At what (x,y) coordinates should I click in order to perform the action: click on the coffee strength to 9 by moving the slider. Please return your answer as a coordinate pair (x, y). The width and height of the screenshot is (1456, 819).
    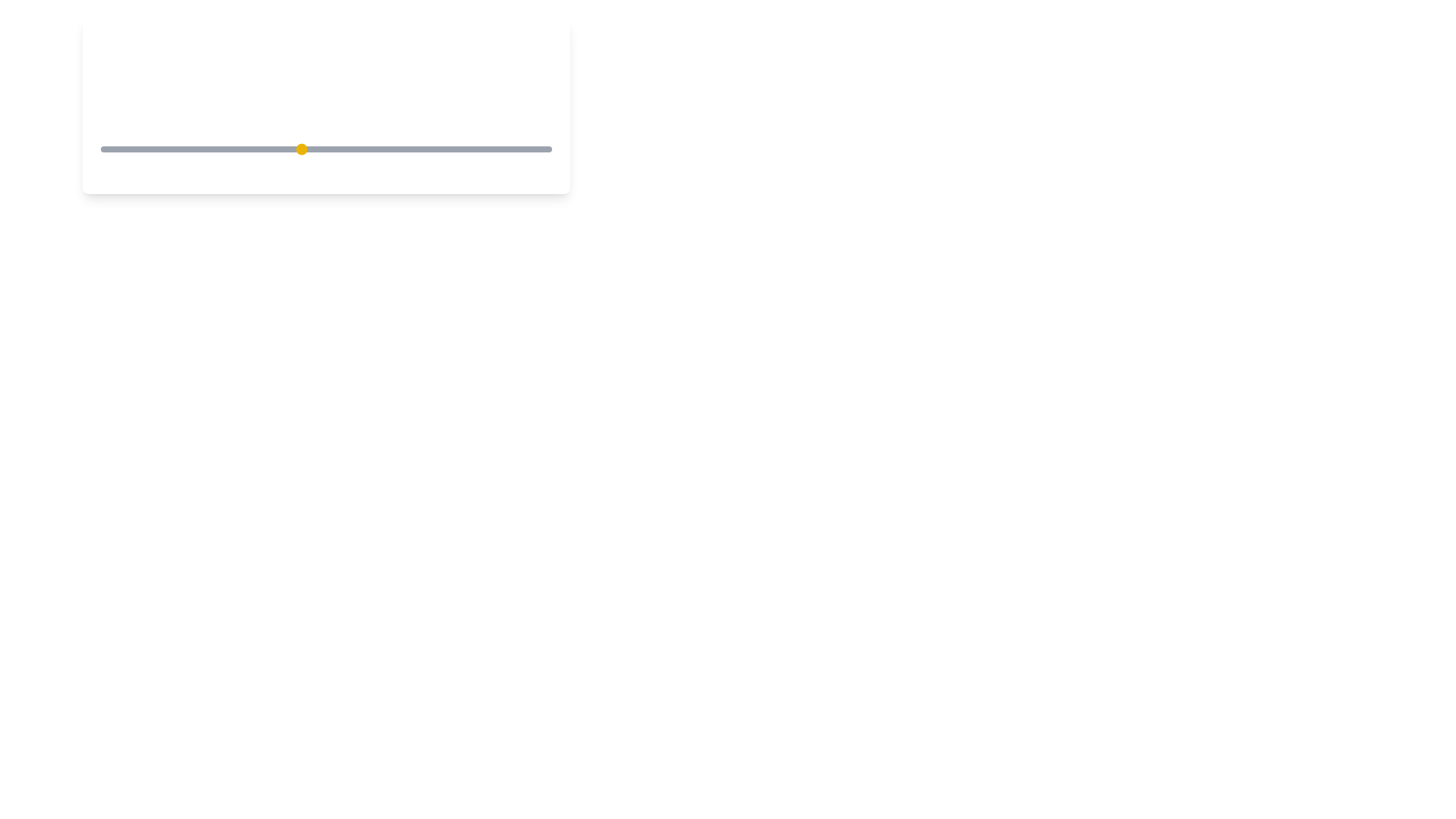
    Looking at the image, I should click on (501, 149).